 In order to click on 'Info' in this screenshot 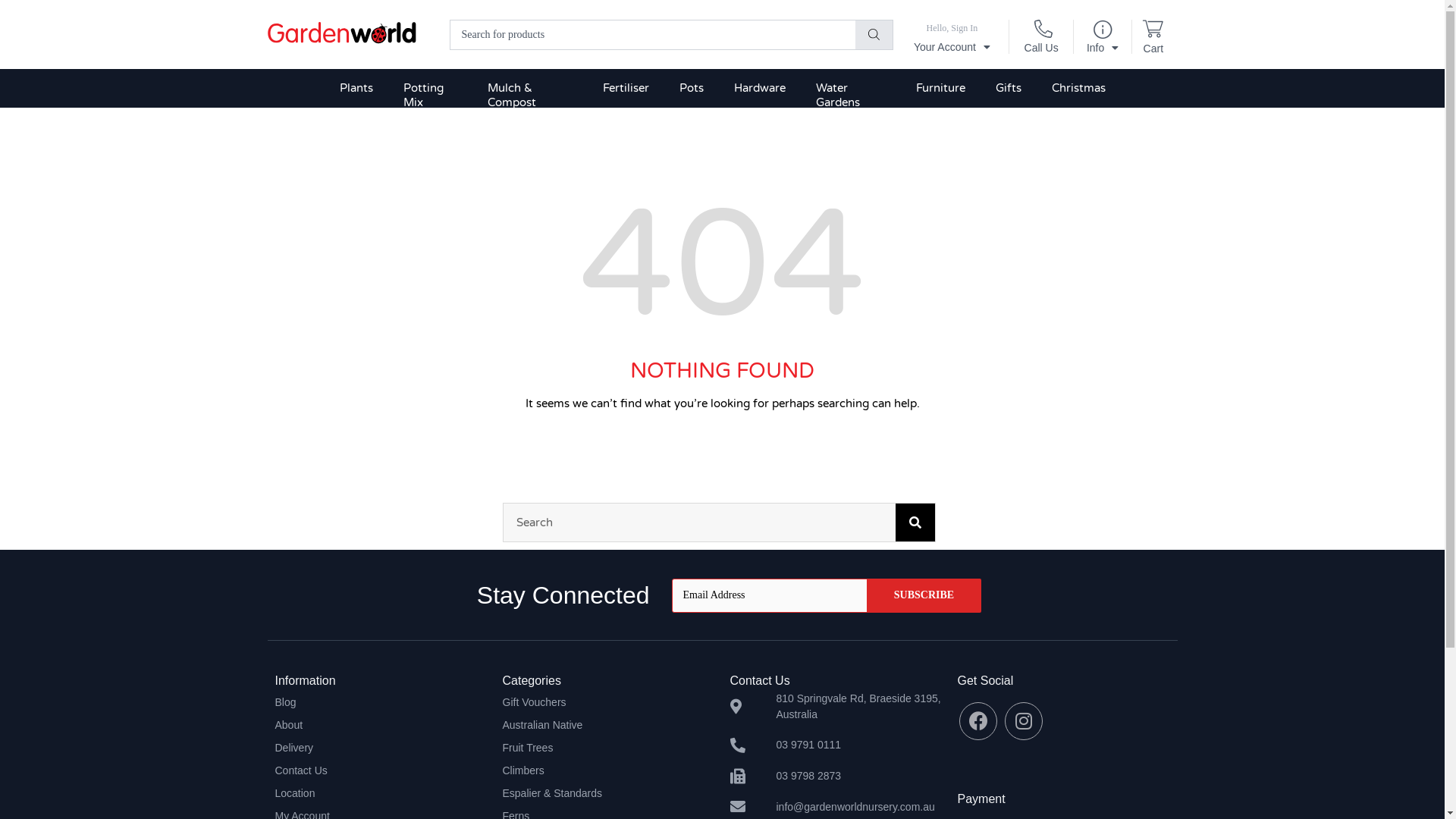, I will do `click(1103, 41)`.